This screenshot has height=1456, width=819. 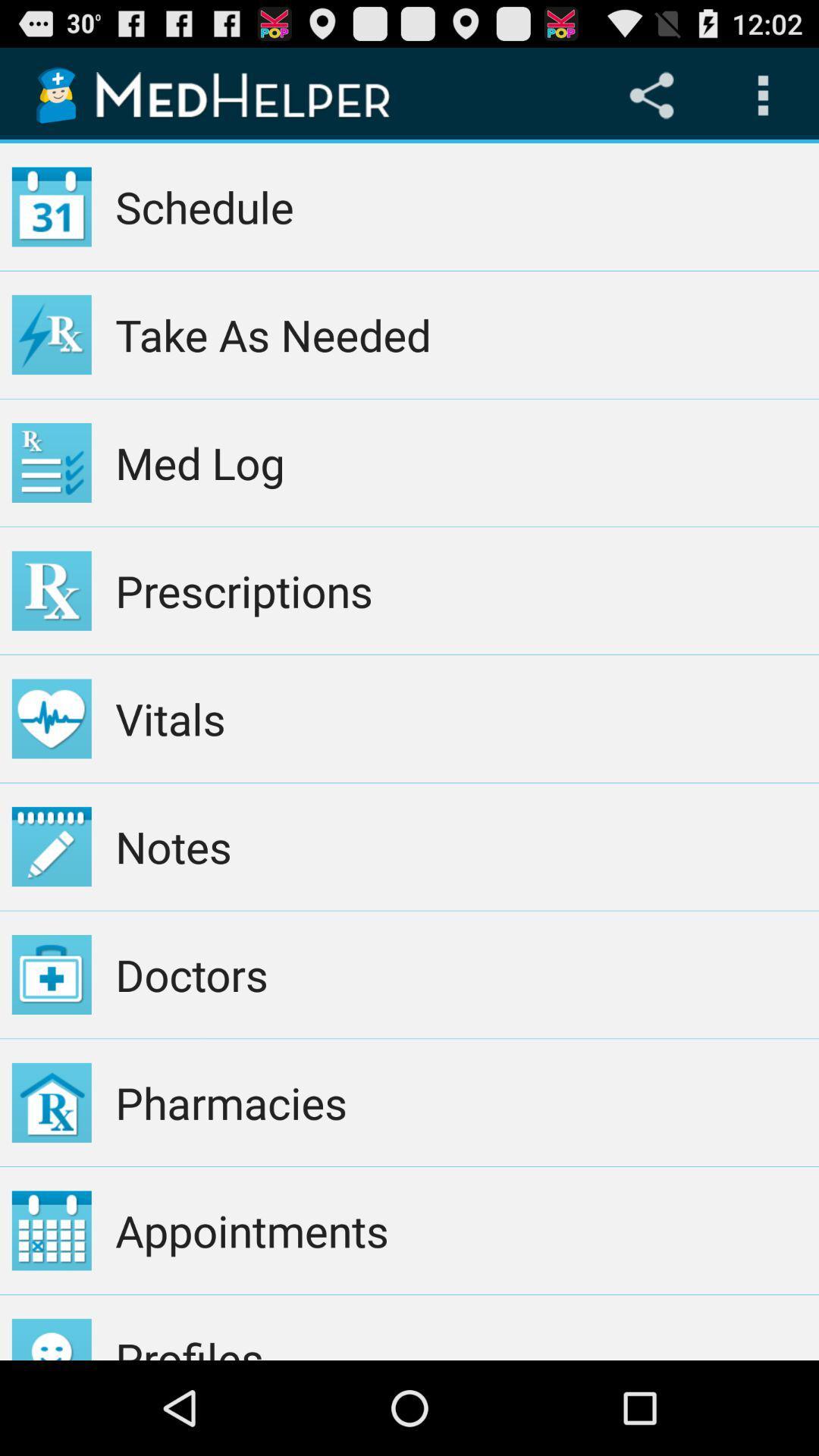 What do you see at coordinates (460, 1103) in the screenshot?
I see `the item below the doctors item` at bounding box center [460, 1103].